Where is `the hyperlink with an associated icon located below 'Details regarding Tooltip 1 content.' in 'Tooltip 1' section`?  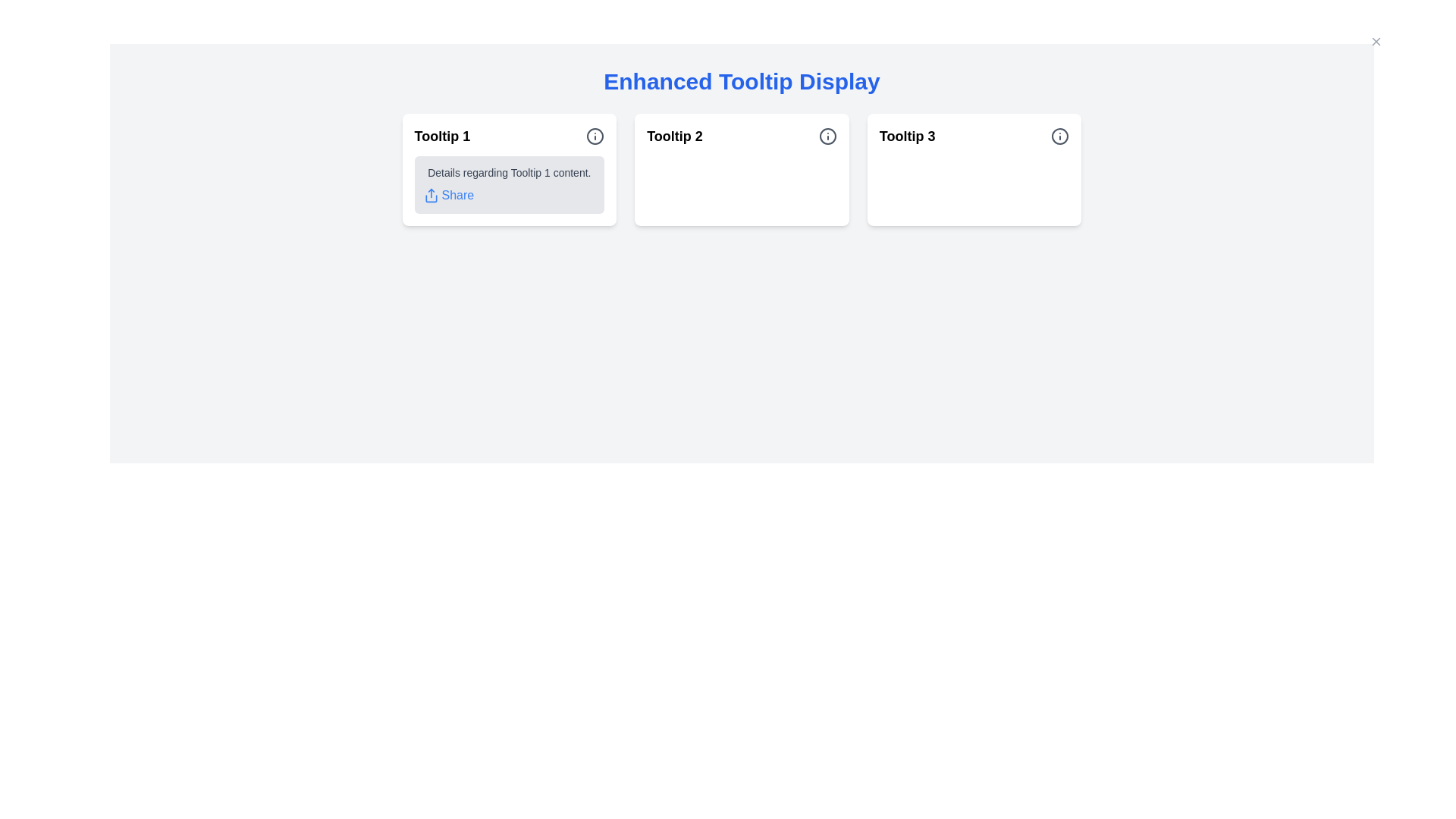
the hyperlink with an associated icon located below 'Details regarding Tooltip 1 content.' in 'Tooltip 1' section is located at coordinates (447, 195).